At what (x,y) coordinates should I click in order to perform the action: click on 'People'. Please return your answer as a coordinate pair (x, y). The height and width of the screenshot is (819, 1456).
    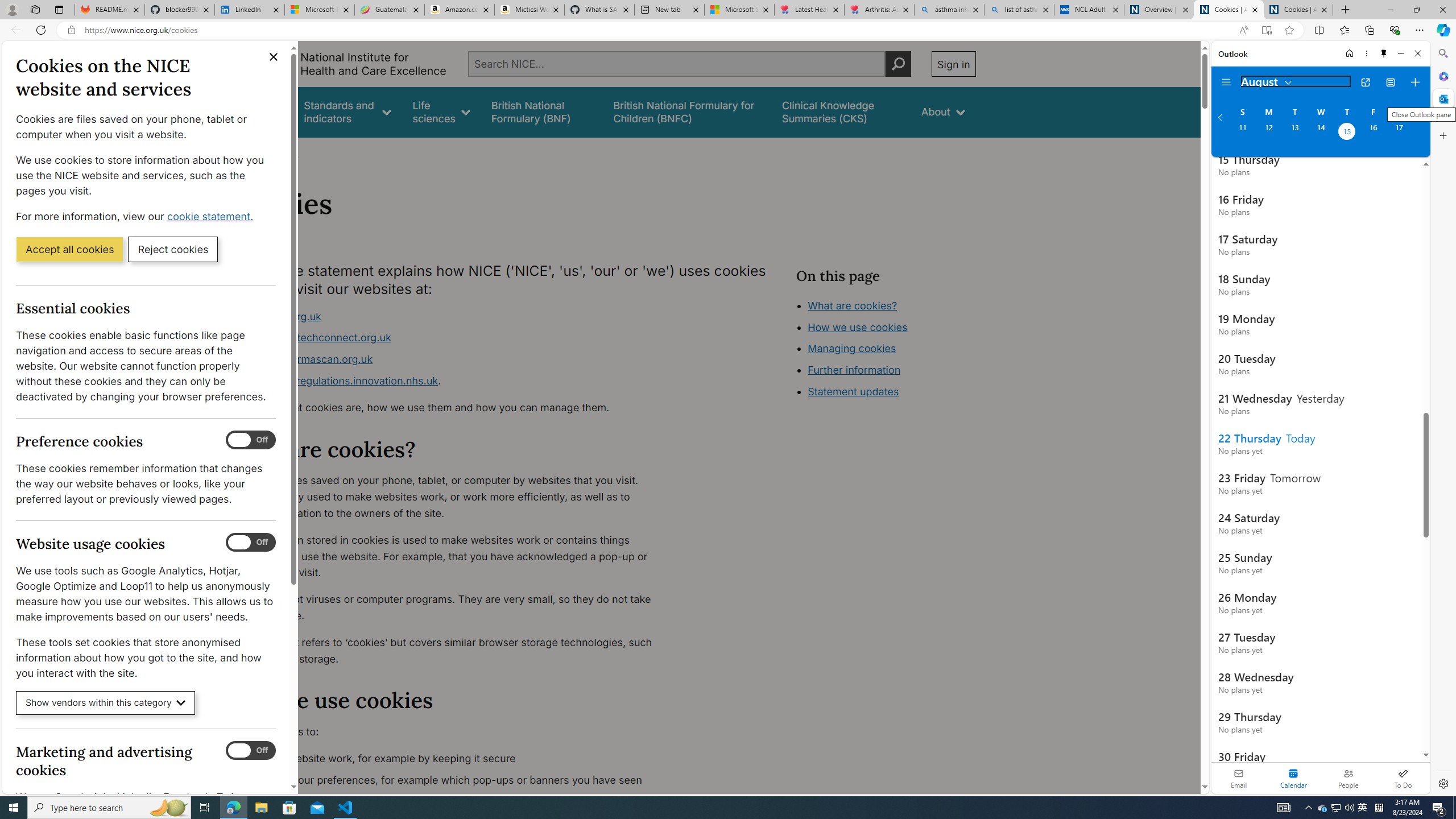
    Looking at the image, I should click on (1347, 777).